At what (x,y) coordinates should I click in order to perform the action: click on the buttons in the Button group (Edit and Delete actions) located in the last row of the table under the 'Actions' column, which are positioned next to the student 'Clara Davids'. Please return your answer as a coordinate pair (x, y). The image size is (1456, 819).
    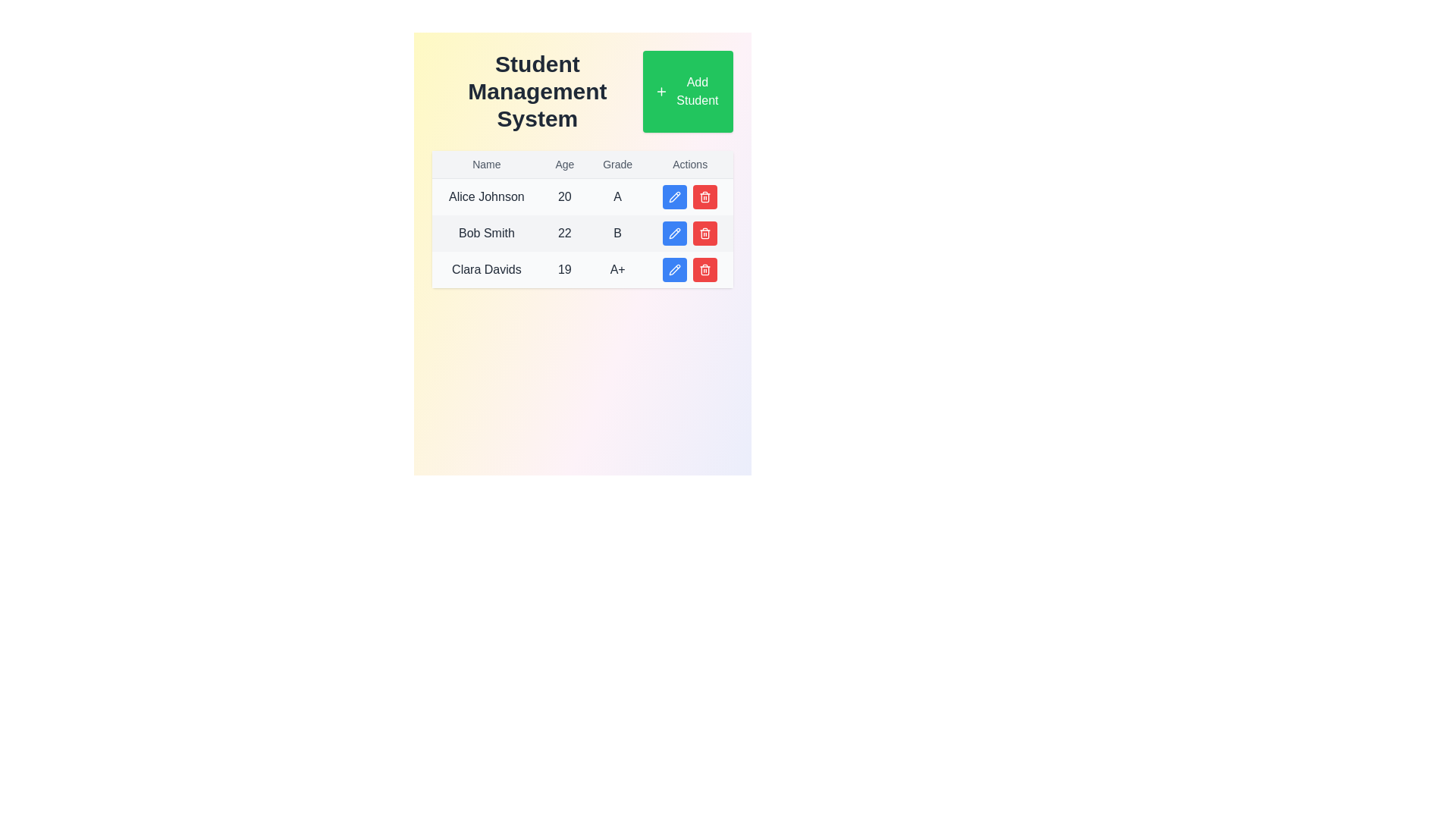
    Looking at the image, I should click on (689, 268).